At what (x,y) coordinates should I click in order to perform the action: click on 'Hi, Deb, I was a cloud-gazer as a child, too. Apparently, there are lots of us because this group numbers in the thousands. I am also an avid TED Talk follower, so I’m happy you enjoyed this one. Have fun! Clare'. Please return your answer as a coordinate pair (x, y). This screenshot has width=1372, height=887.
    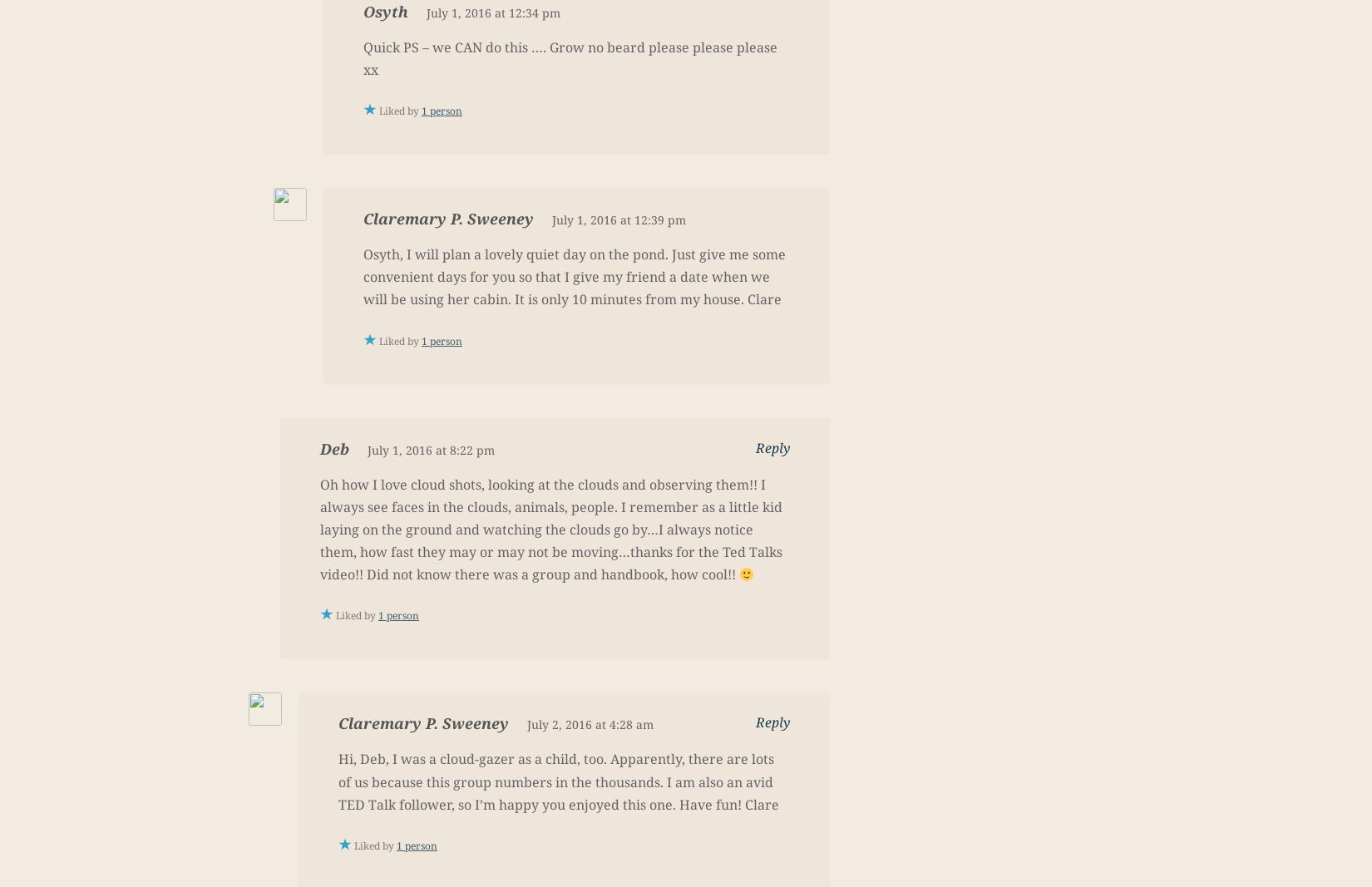
    Looking at the image, I should click on (558, 781).